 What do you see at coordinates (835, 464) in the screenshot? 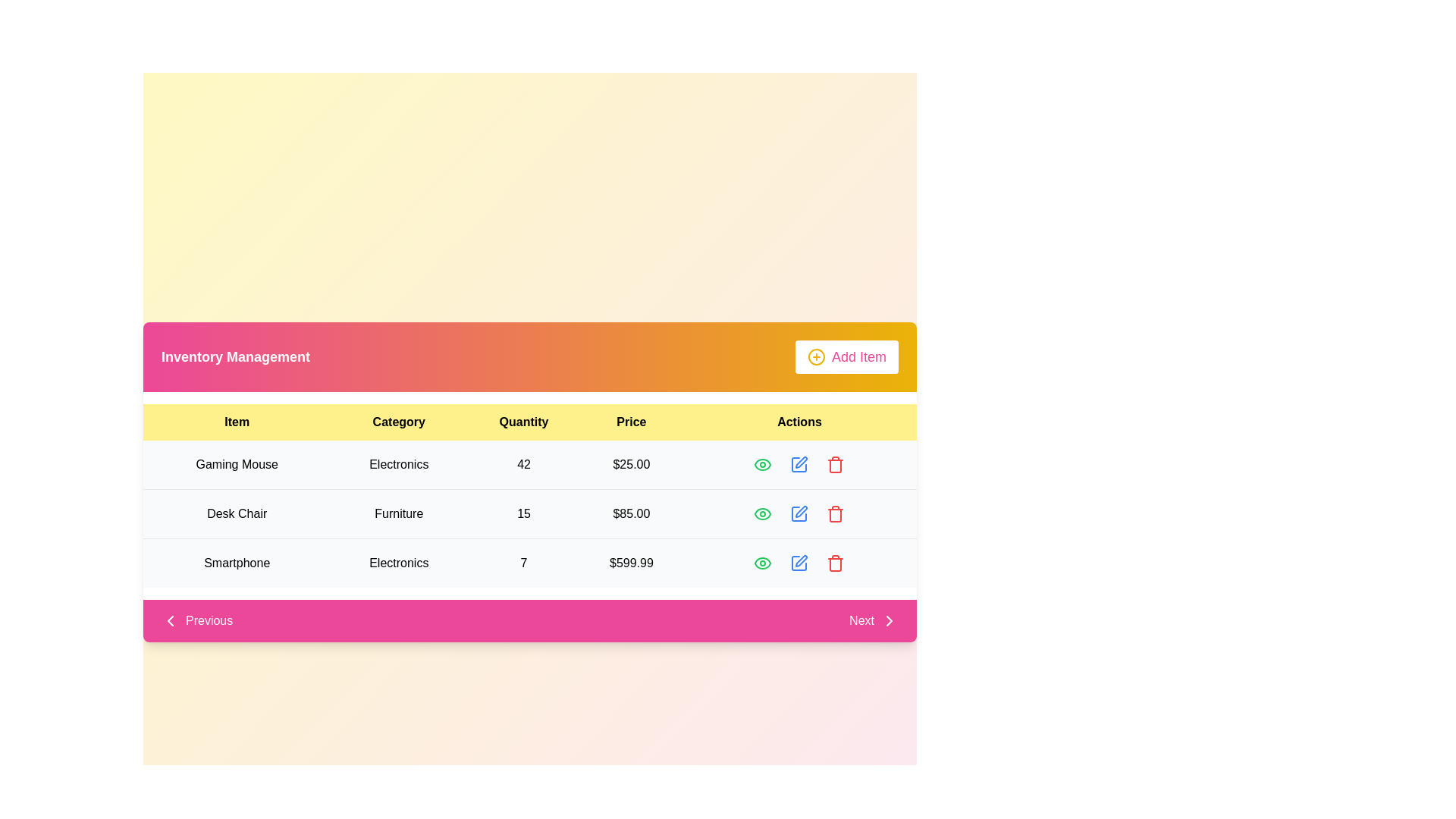
I see `the delete icon button in the Actions column of the table grid associated with the 'Gaming Mouse' entry` at bounding box center [835, 464].